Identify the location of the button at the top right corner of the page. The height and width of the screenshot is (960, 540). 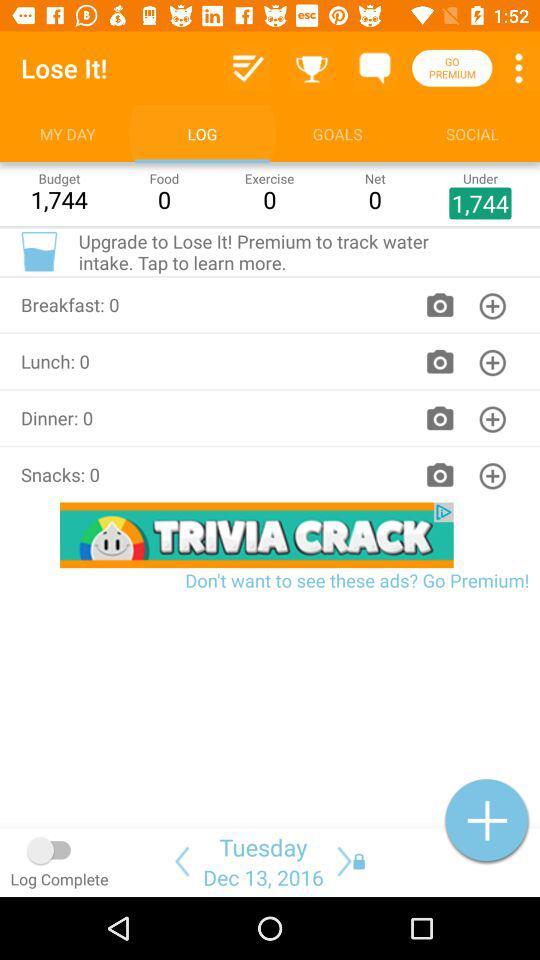
(518, 67).